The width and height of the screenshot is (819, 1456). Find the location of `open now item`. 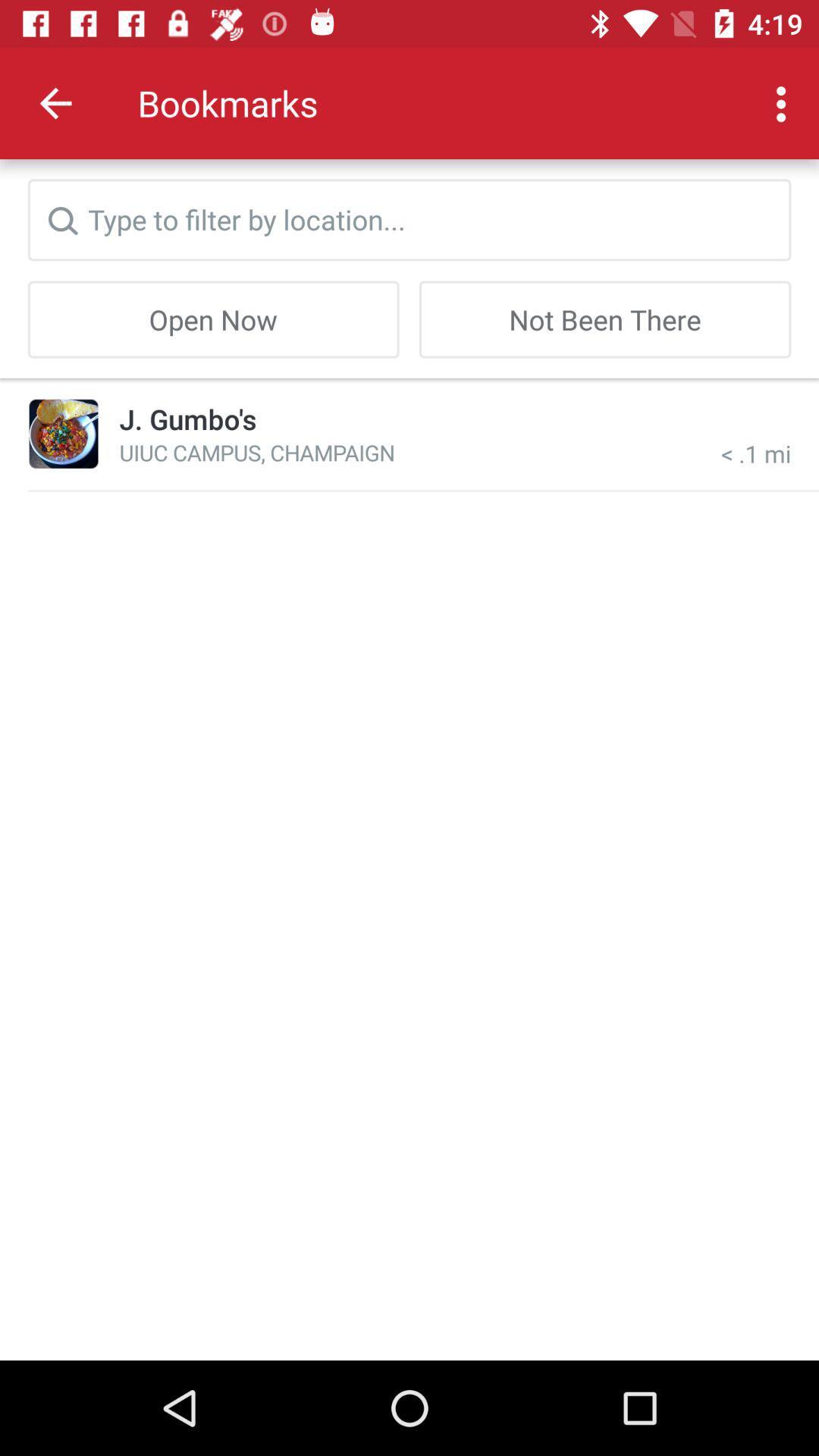

open now item is located at coordinates (213, 318).